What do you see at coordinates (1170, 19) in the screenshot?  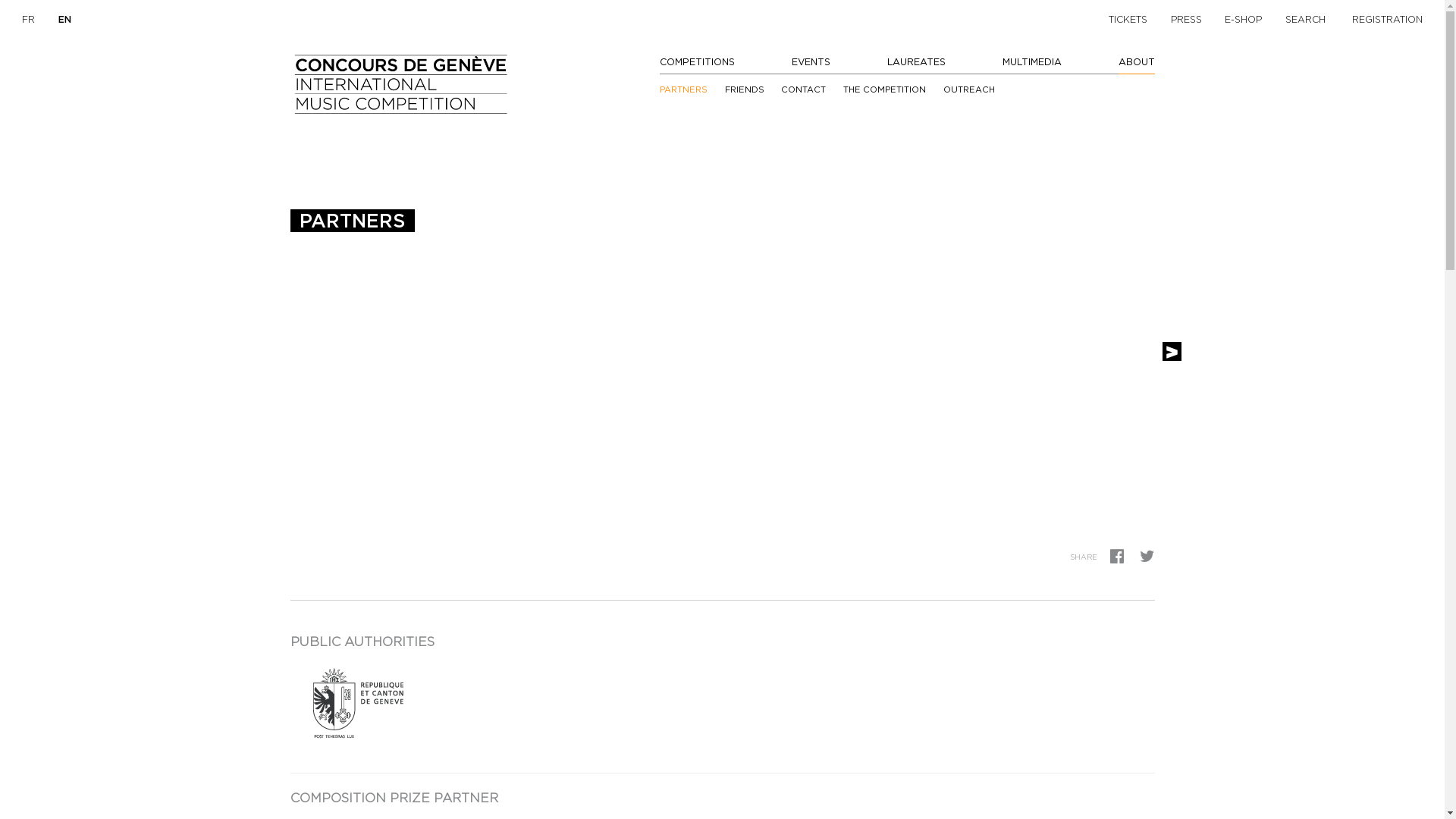 I see `'PRESS'` at bounding box center [1170, 19].